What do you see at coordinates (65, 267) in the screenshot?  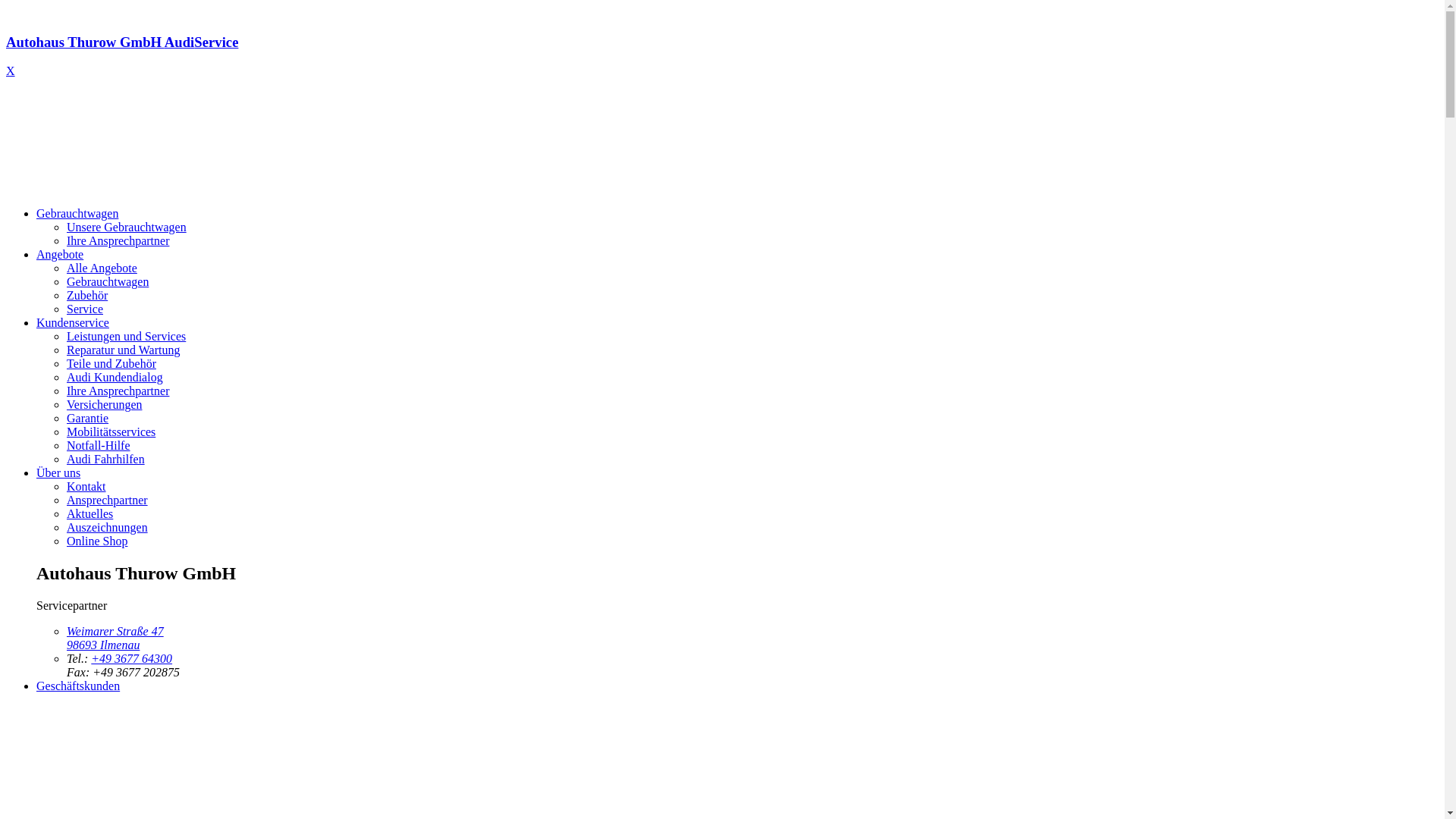 I see `'Alle Angebote'` at bounding box center [65, 267].